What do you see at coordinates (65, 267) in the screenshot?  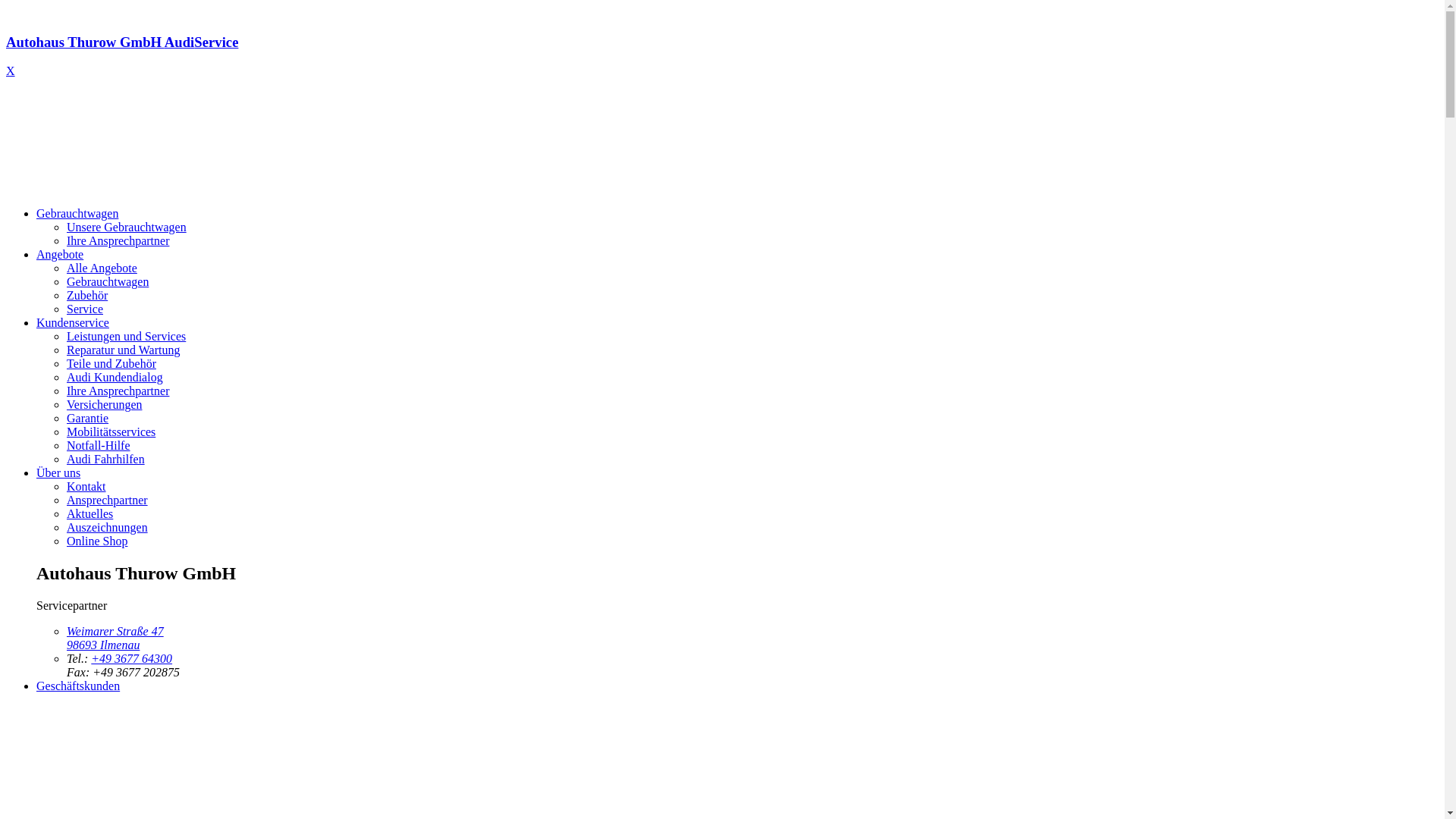 I see `'Alle Angebote'` at bounding box center [65, 267].